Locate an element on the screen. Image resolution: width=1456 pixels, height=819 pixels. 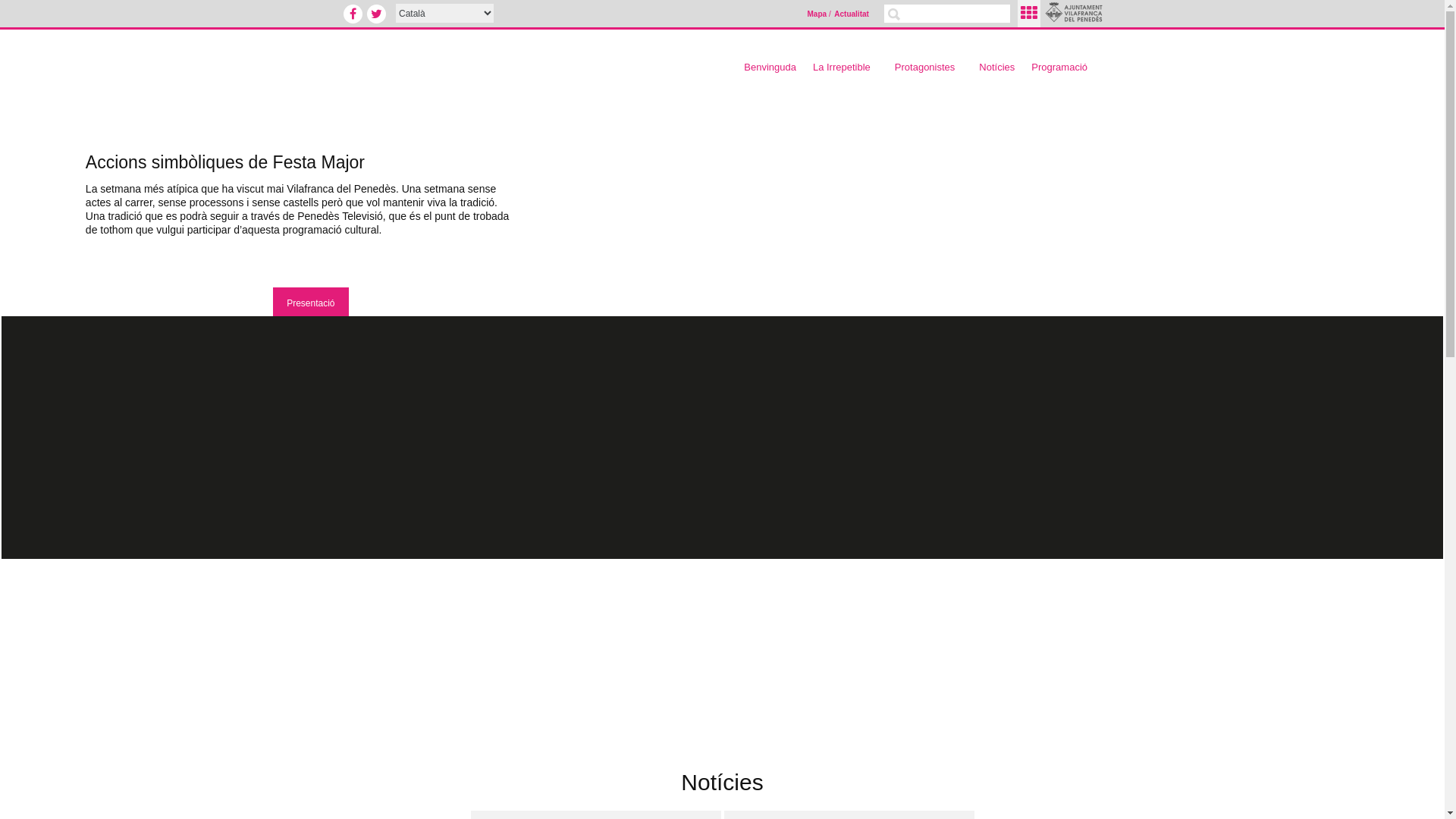
'Protagonistes' is located at coordinates (891, 66).